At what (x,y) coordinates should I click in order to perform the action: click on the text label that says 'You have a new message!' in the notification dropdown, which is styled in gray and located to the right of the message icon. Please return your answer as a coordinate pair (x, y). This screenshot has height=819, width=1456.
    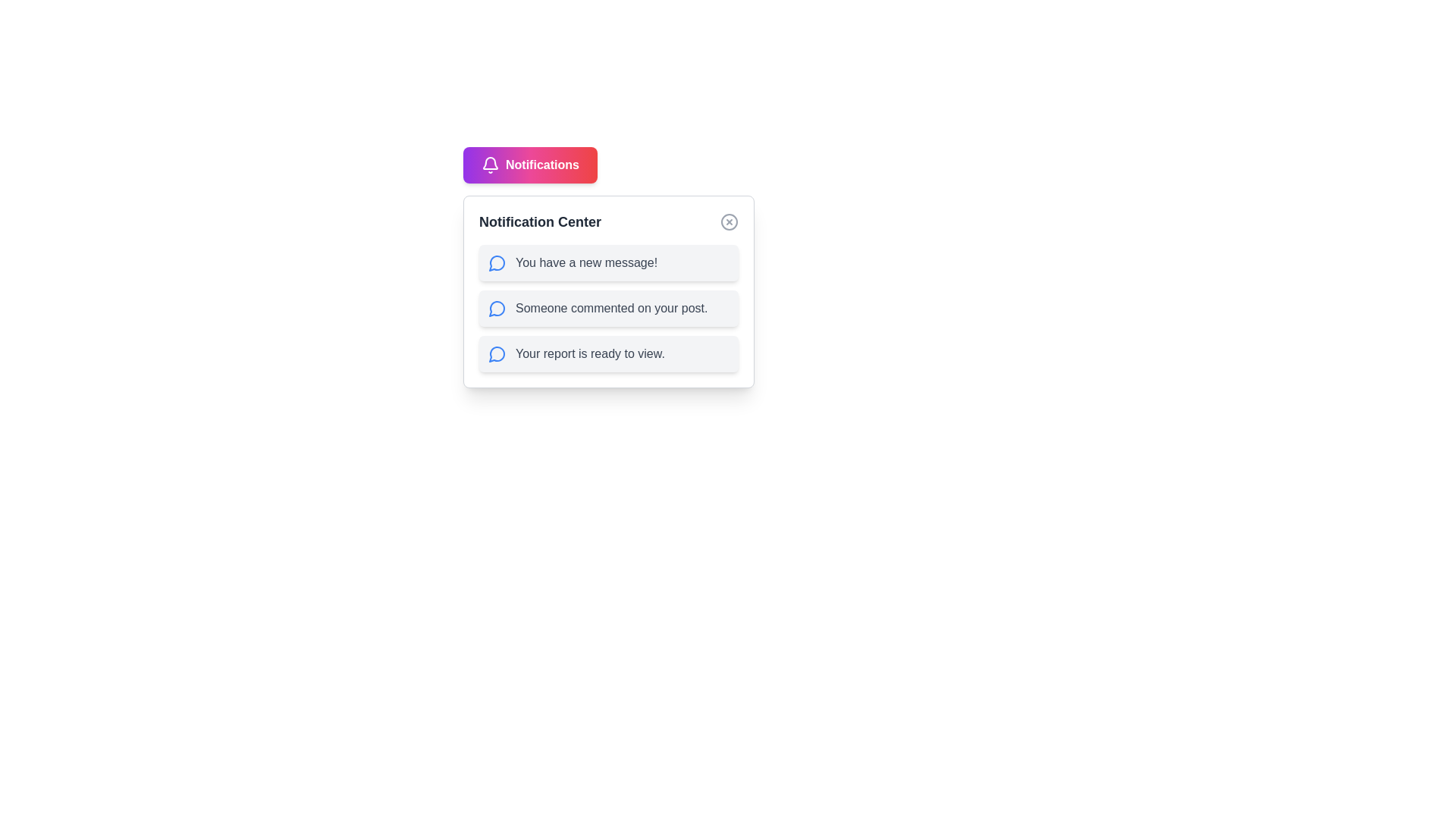
    Looking at the image, I should click on (585, 262).